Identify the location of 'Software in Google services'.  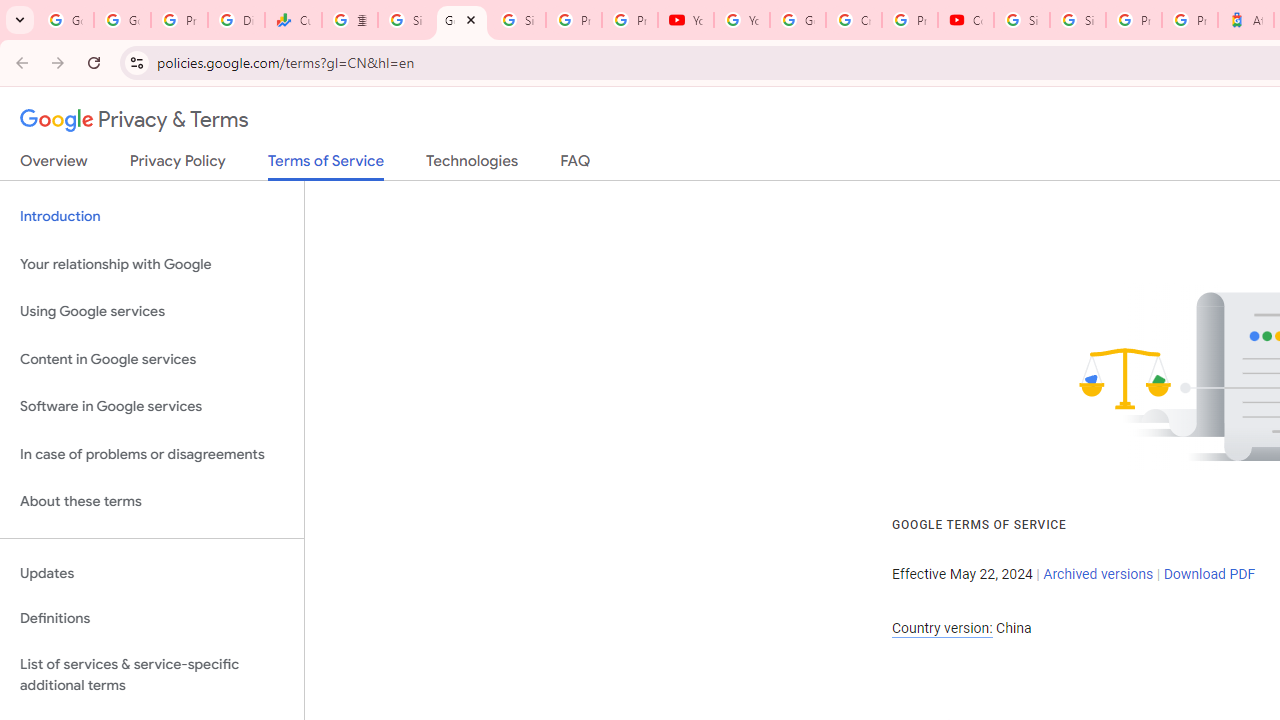
(151, 406).